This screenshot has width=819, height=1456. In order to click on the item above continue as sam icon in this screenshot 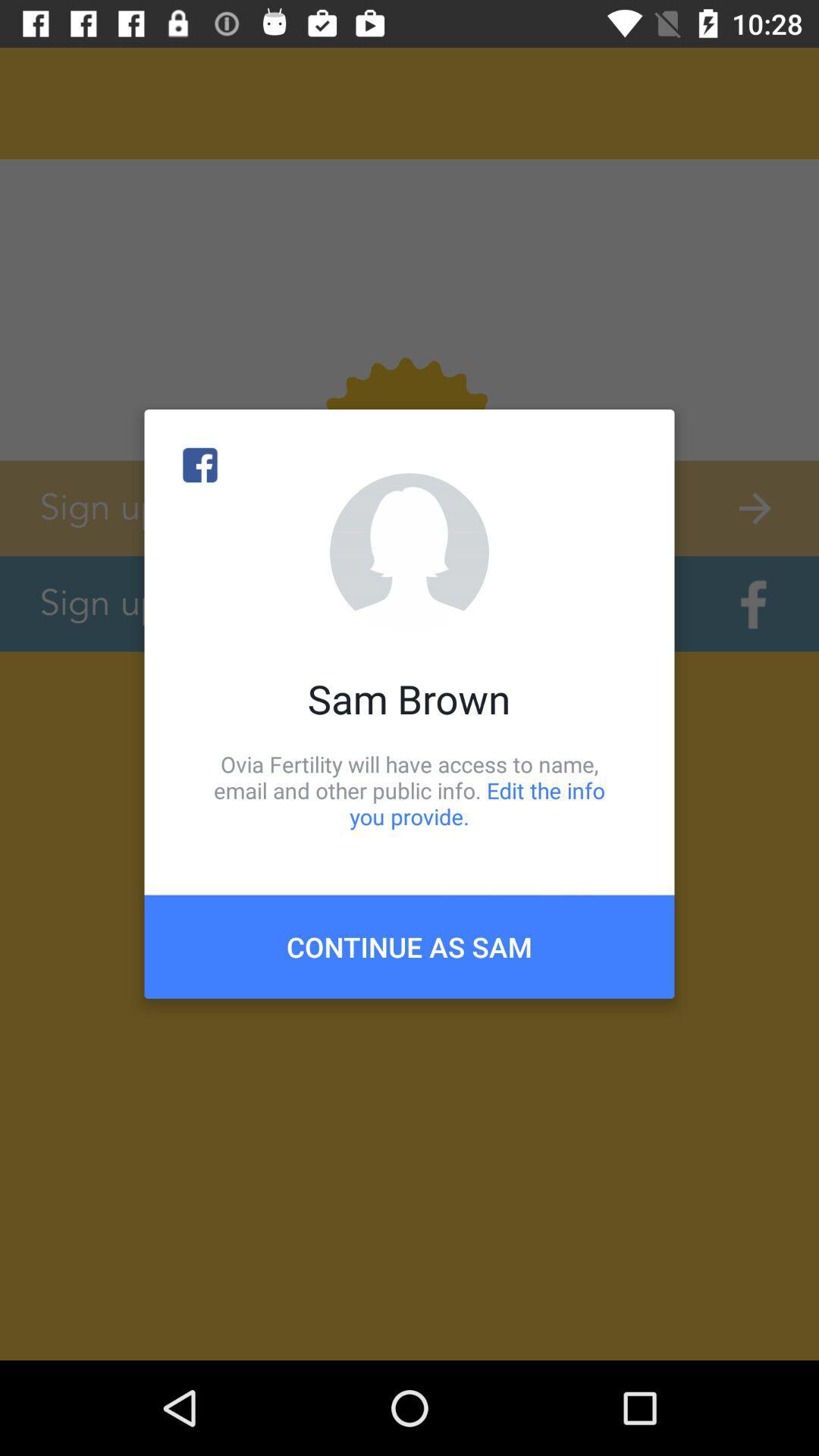, I will do `click(409, 789)`.